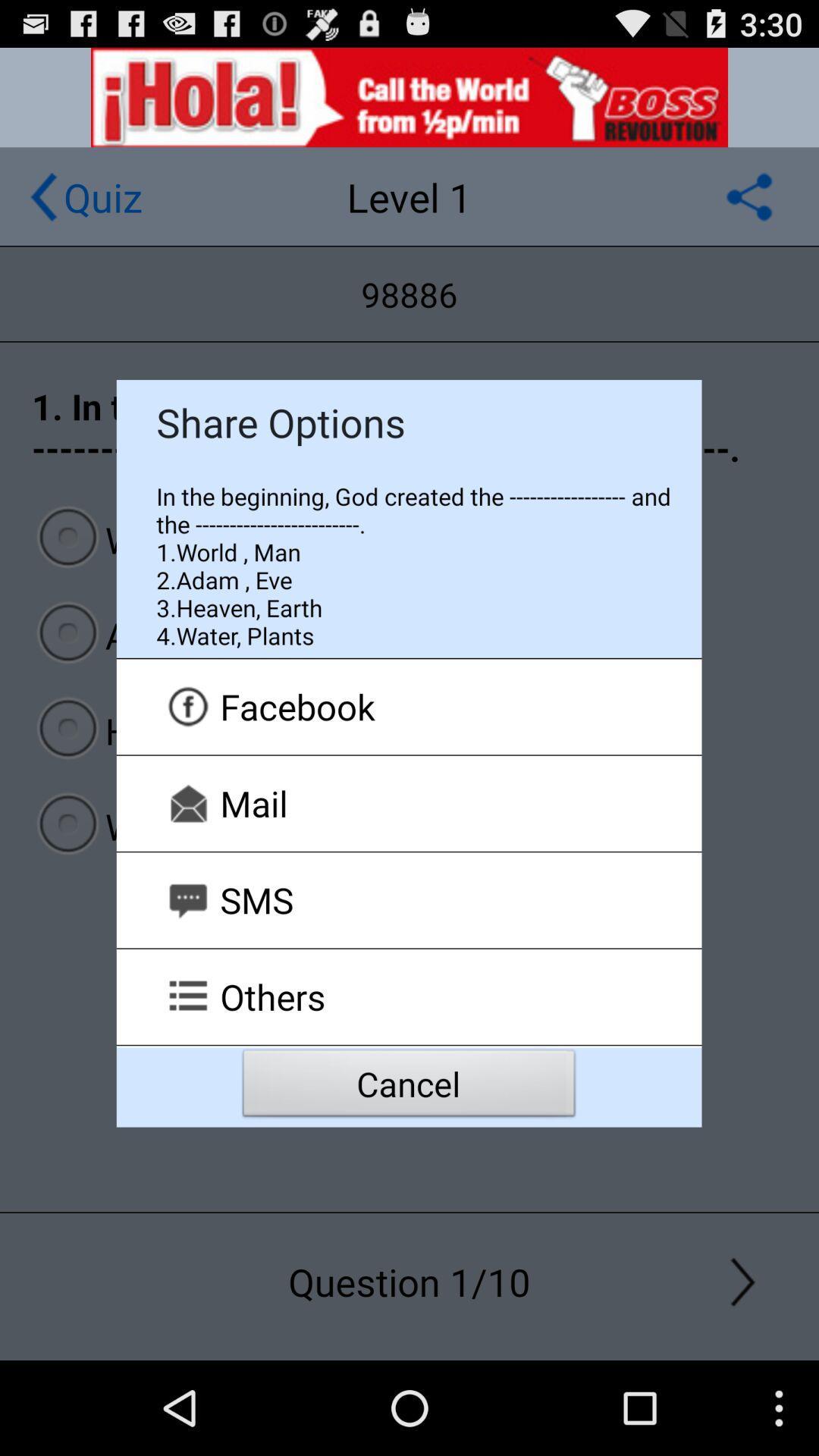 Image resolution: width=819 pixels, height=1456 pixels. What do you see at coordinates (748, 210) in the screenshot?
I see `the share icon` at bounding box center [748, 210].